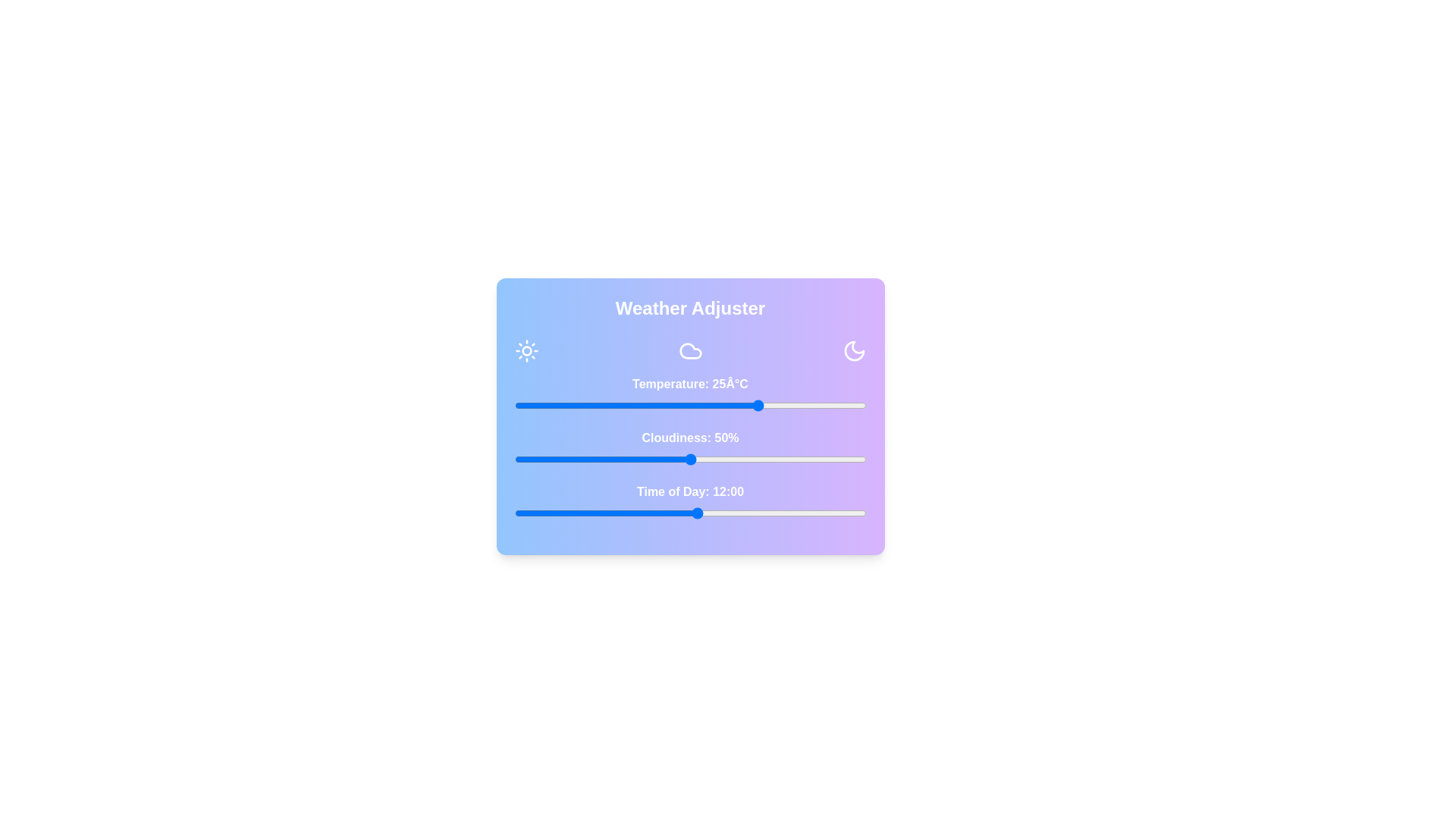 Image resolution: width=1456 pixels, height=819 pixels. I want to click on the cloudiness level, so click(789, 458).